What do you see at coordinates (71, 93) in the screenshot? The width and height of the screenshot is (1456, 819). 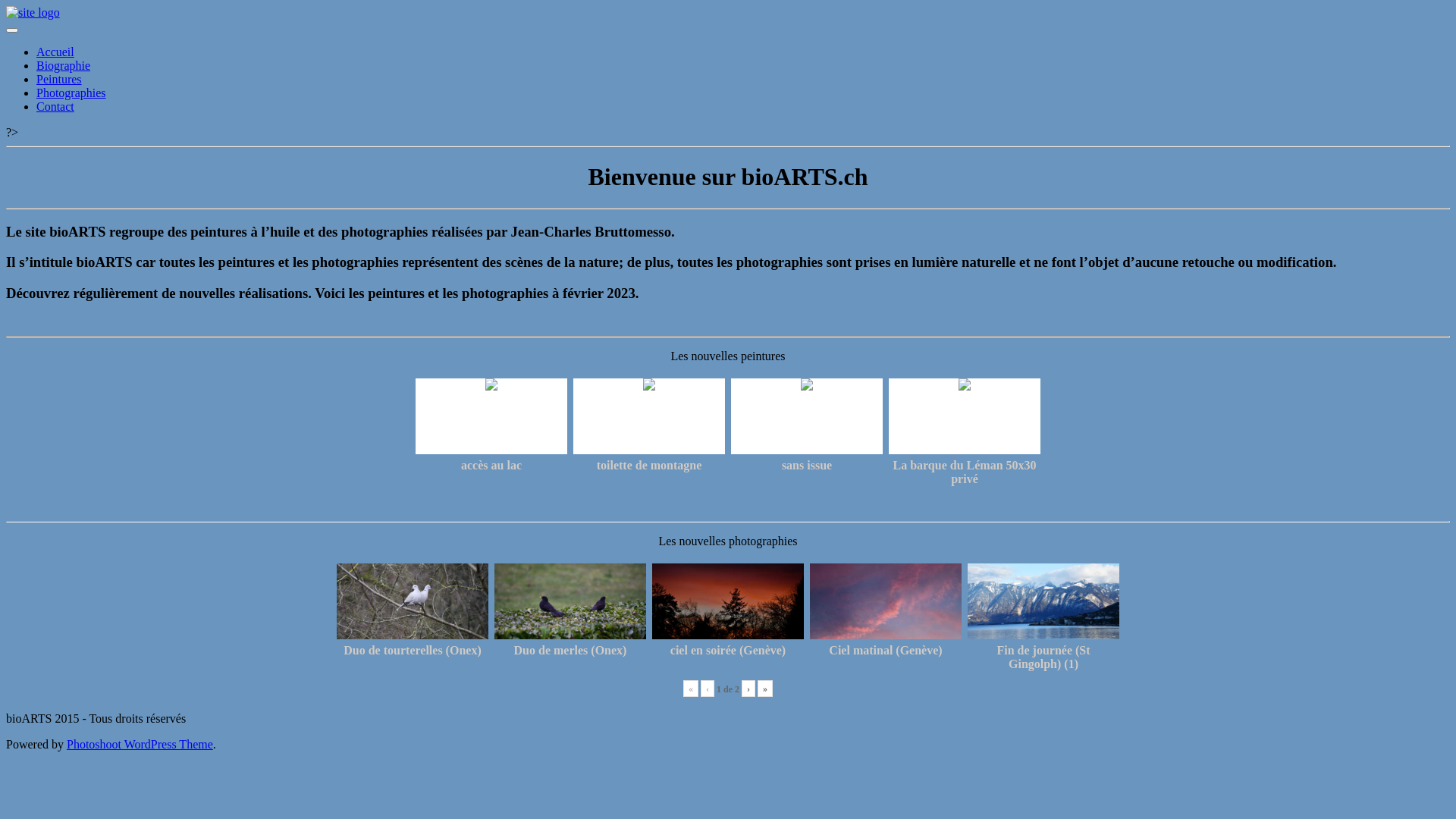 I see `'Photographies'` at bounding box center [71, 93].